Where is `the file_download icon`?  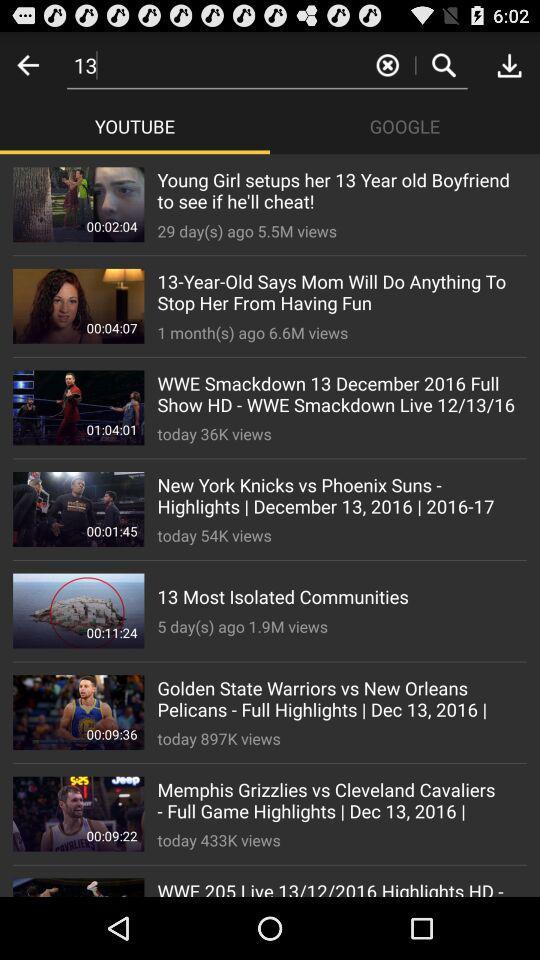
the file_download icon is located at coordinates (509, 69).